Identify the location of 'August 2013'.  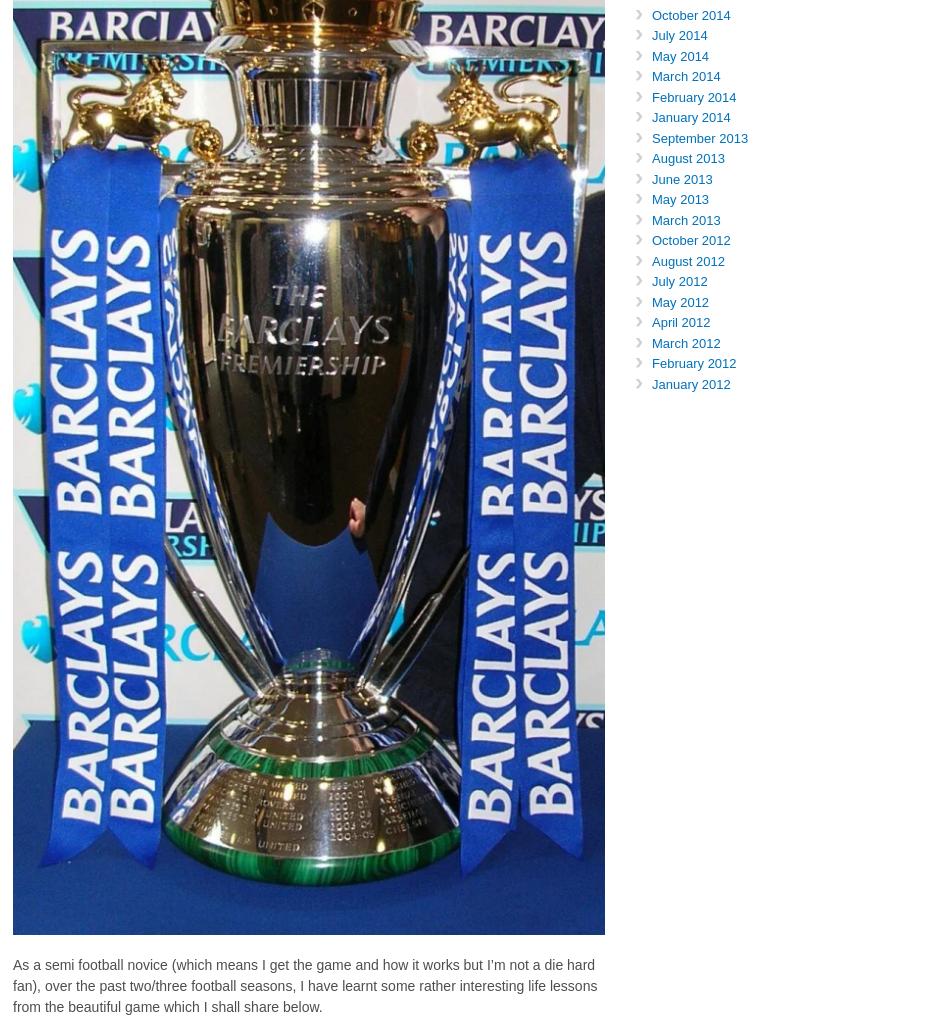
(687, 157).